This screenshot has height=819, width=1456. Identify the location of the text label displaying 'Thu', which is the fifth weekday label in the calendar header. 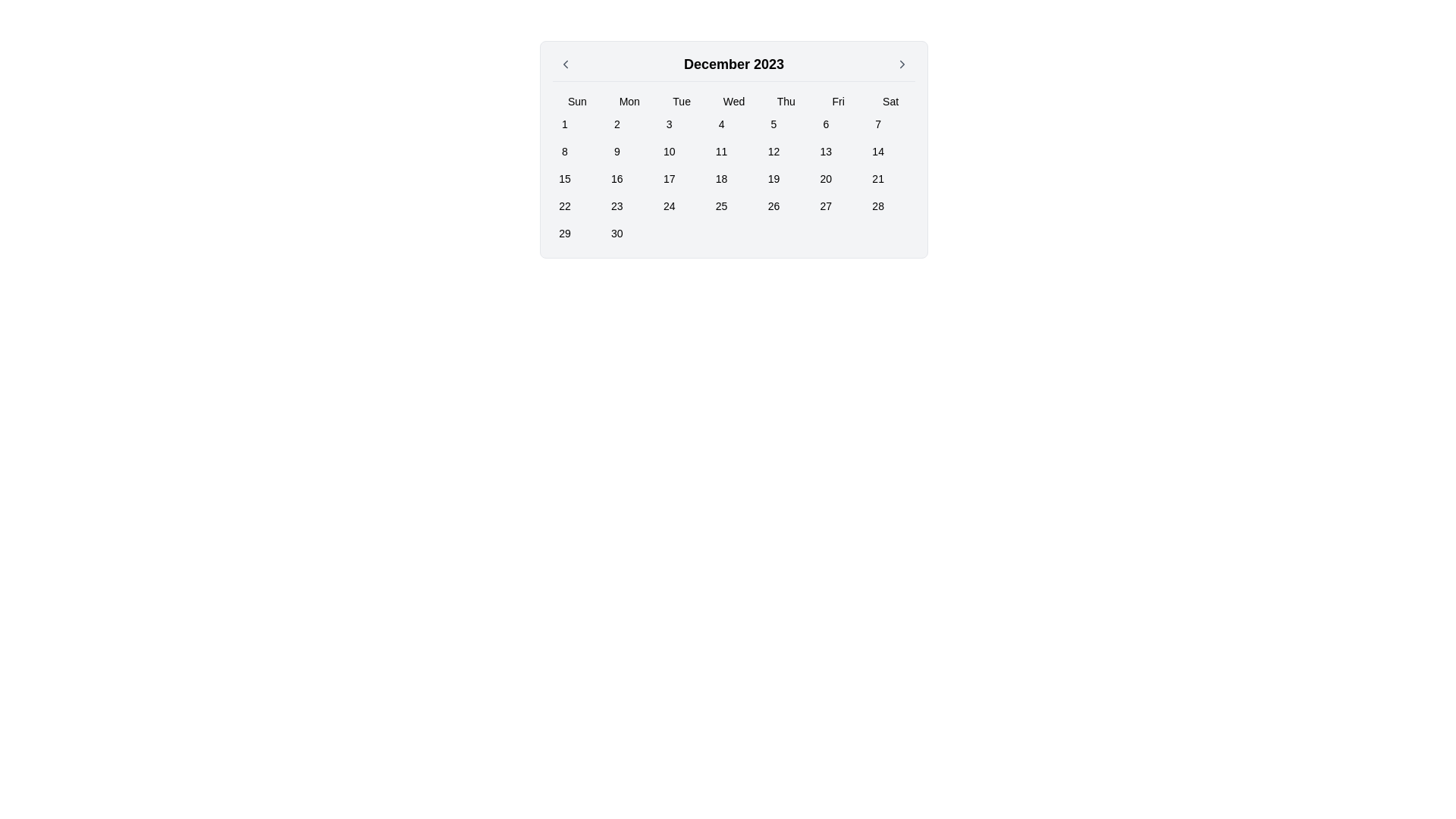
(786, 102).